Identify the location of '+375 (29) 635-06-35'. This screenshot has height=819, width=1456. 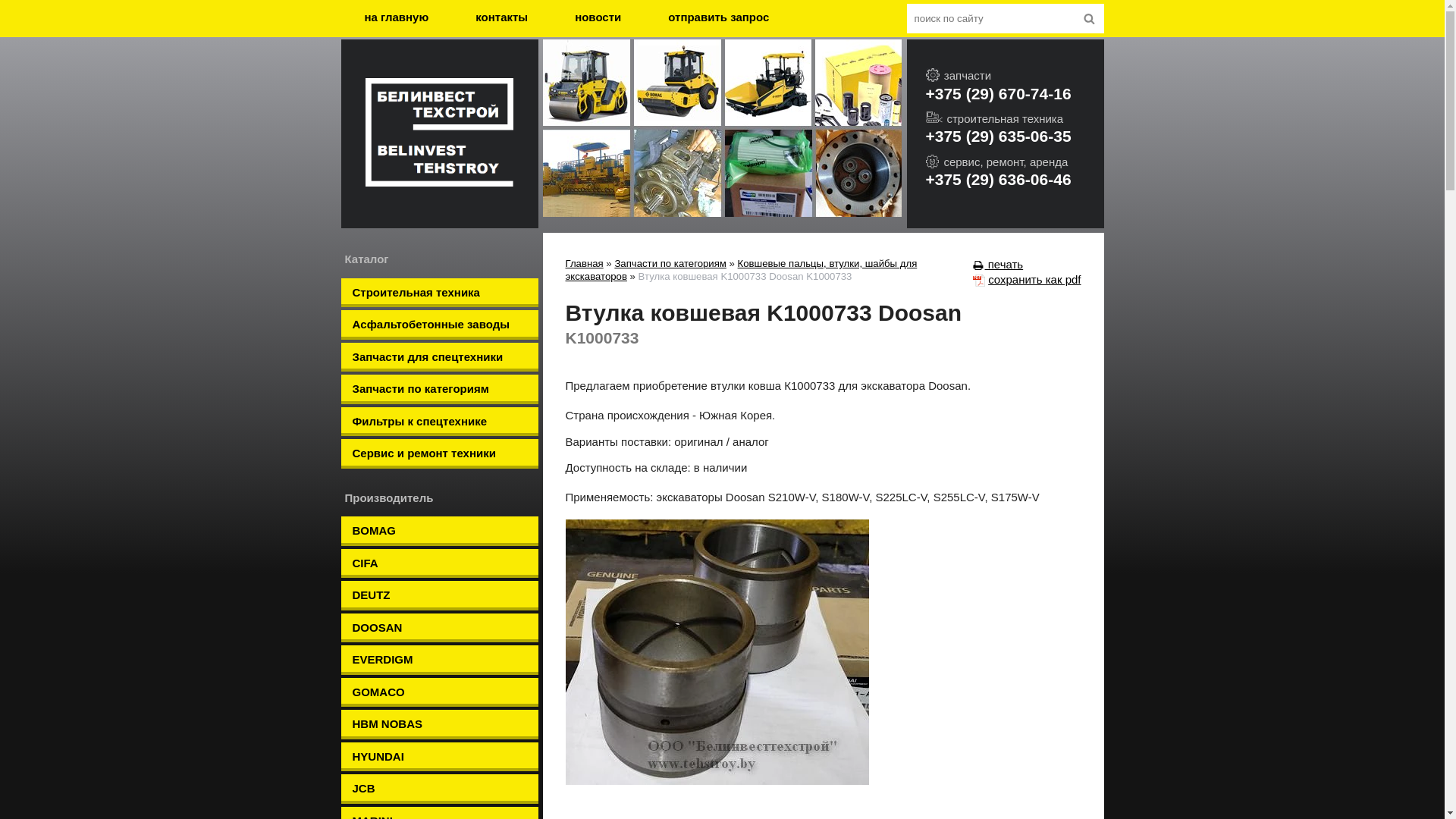
(1014, 135).